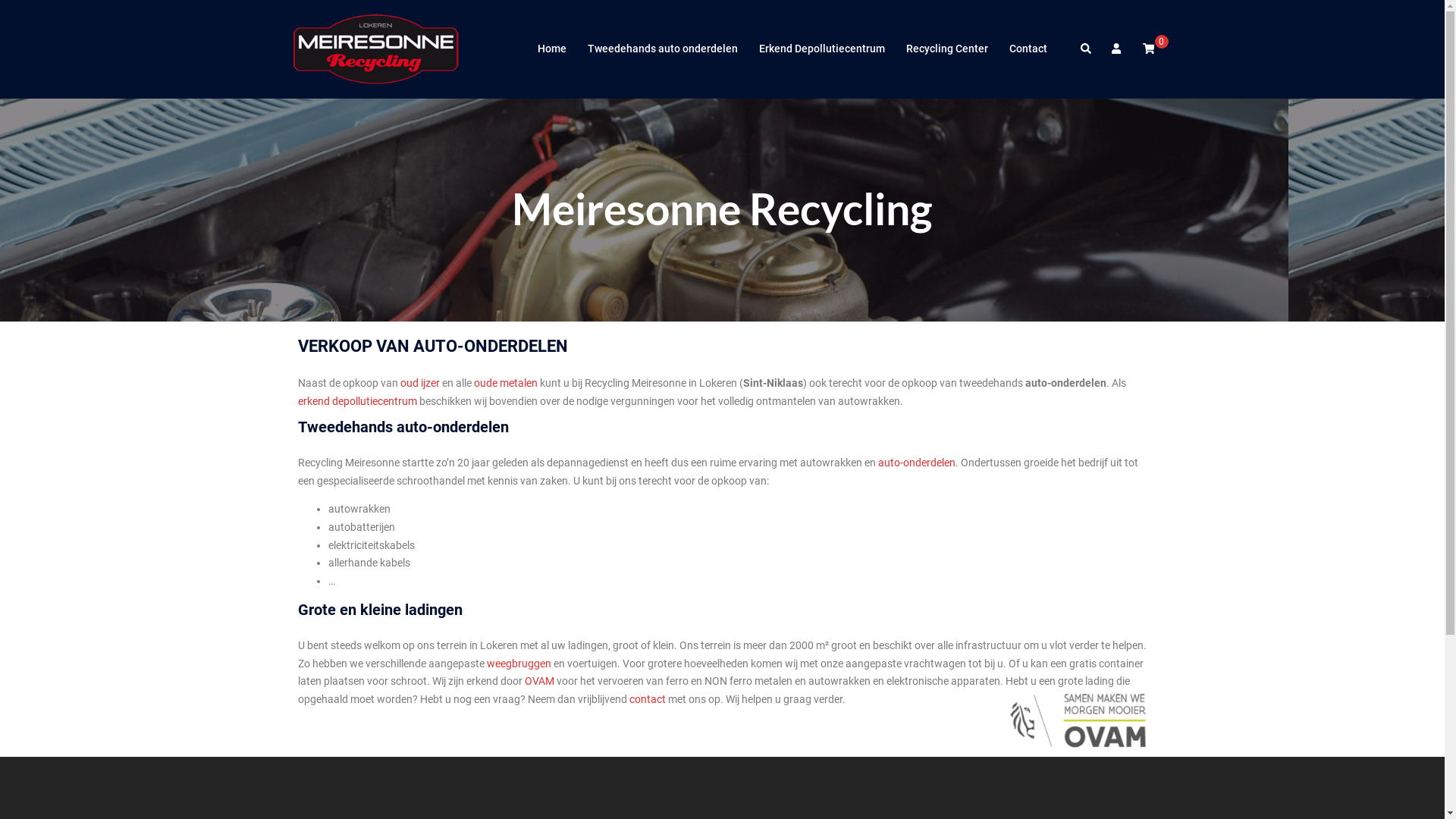 The width and height of the screenshot is (1456, 819). Describe the element at coordinates (1147, 48) in the screenshot. I see `'0'` at that location.